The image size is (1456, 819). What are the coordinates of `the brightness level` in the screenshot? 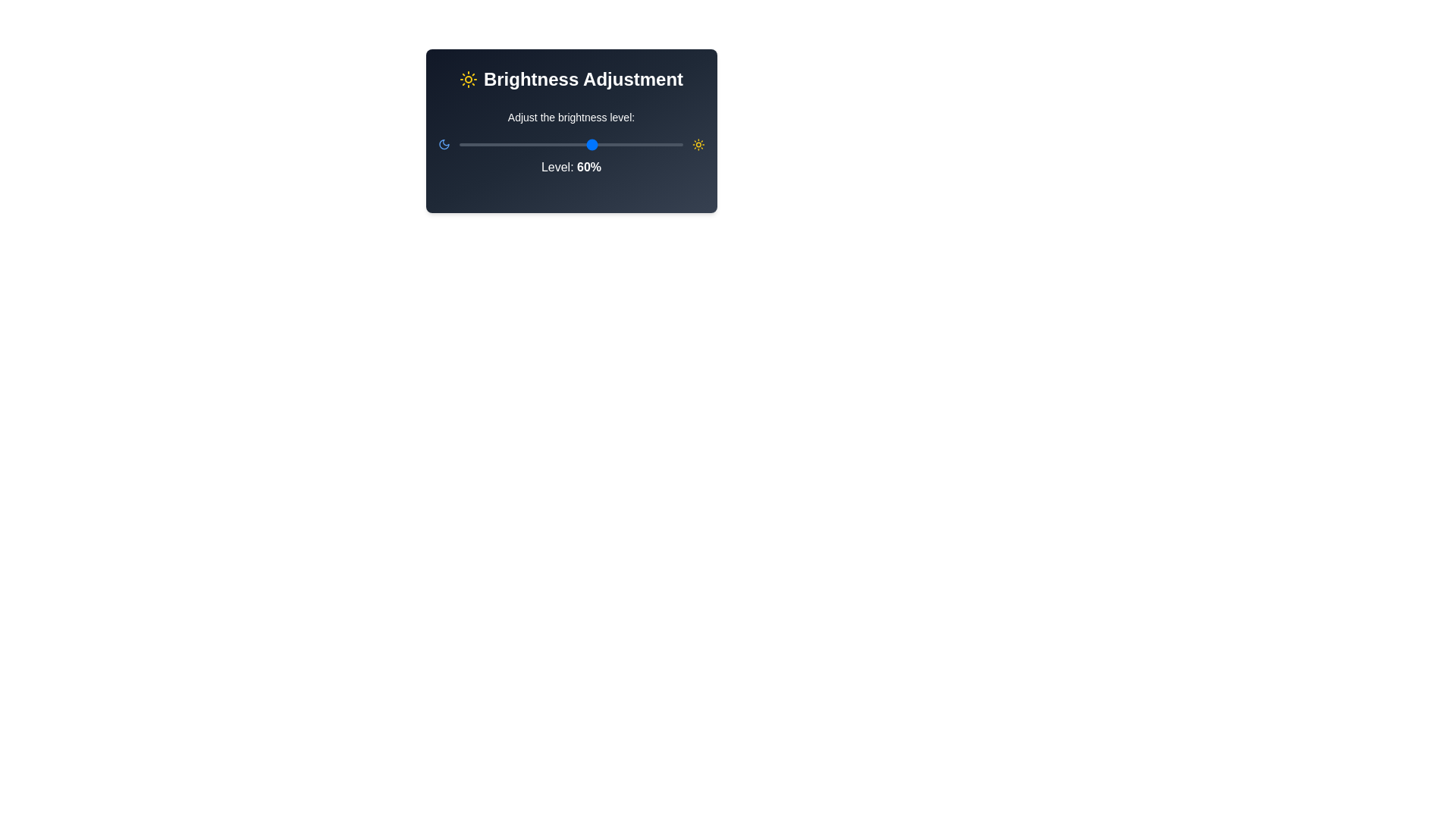 It's located at (601, 145).